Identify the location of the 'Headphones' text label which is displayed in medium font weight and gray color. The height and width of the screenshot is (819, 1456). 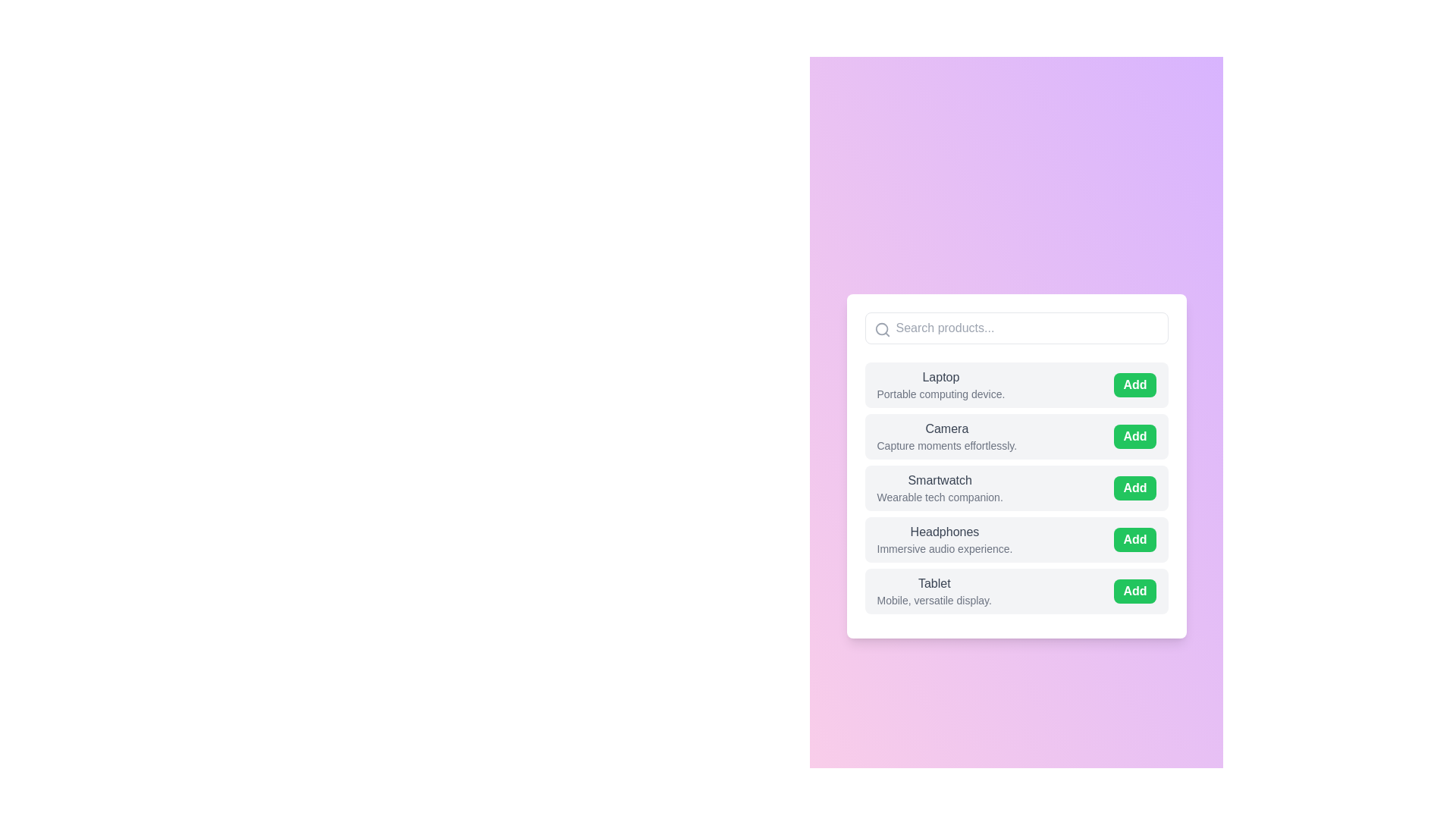
(944, 532).